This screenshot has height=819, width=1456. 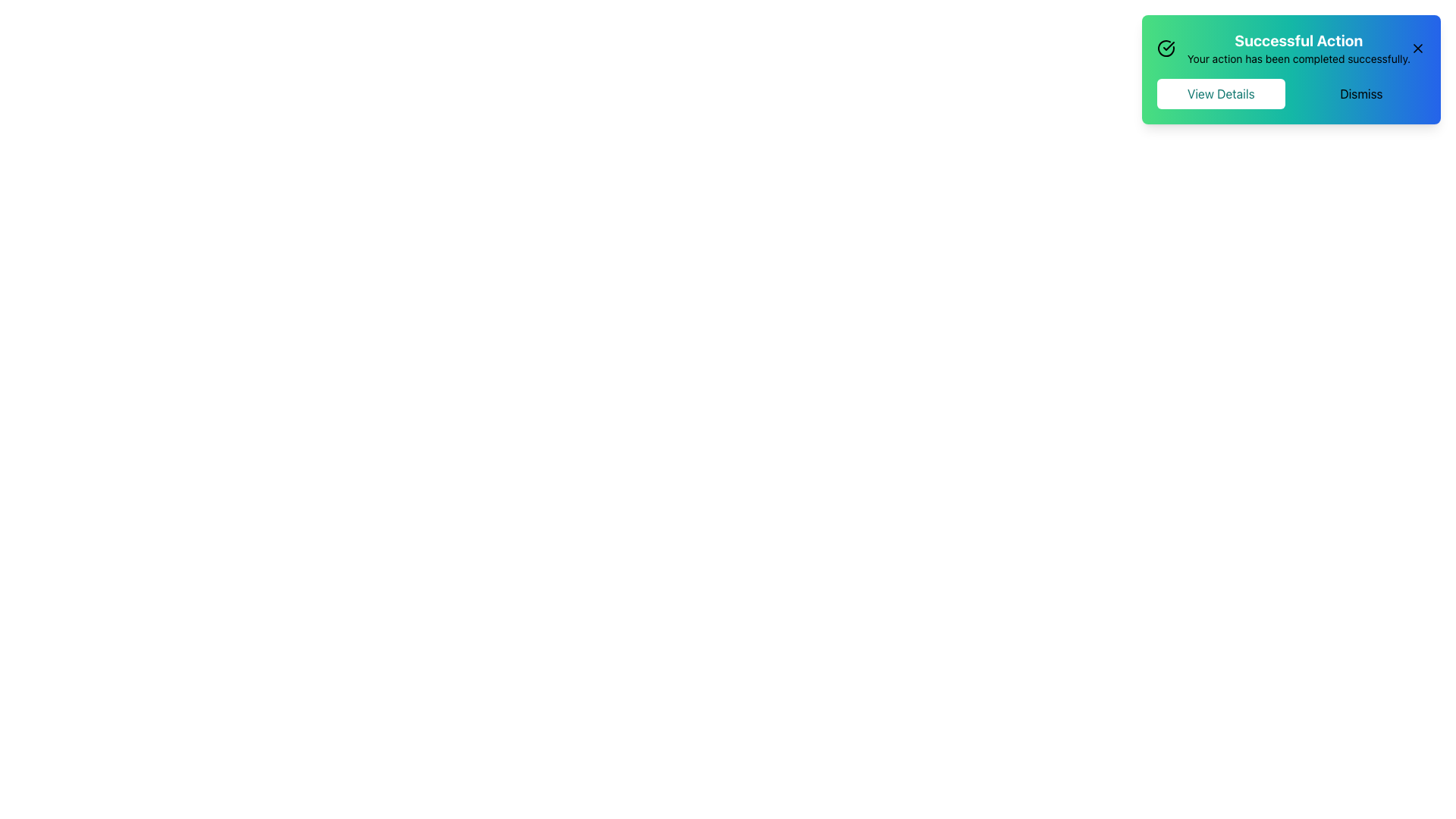 What do you see at coordinates (1168, 45) in the screenshot?
I see `the checkmark icon located at the top right corner of the notification component` at bounding box center [1168, 45].